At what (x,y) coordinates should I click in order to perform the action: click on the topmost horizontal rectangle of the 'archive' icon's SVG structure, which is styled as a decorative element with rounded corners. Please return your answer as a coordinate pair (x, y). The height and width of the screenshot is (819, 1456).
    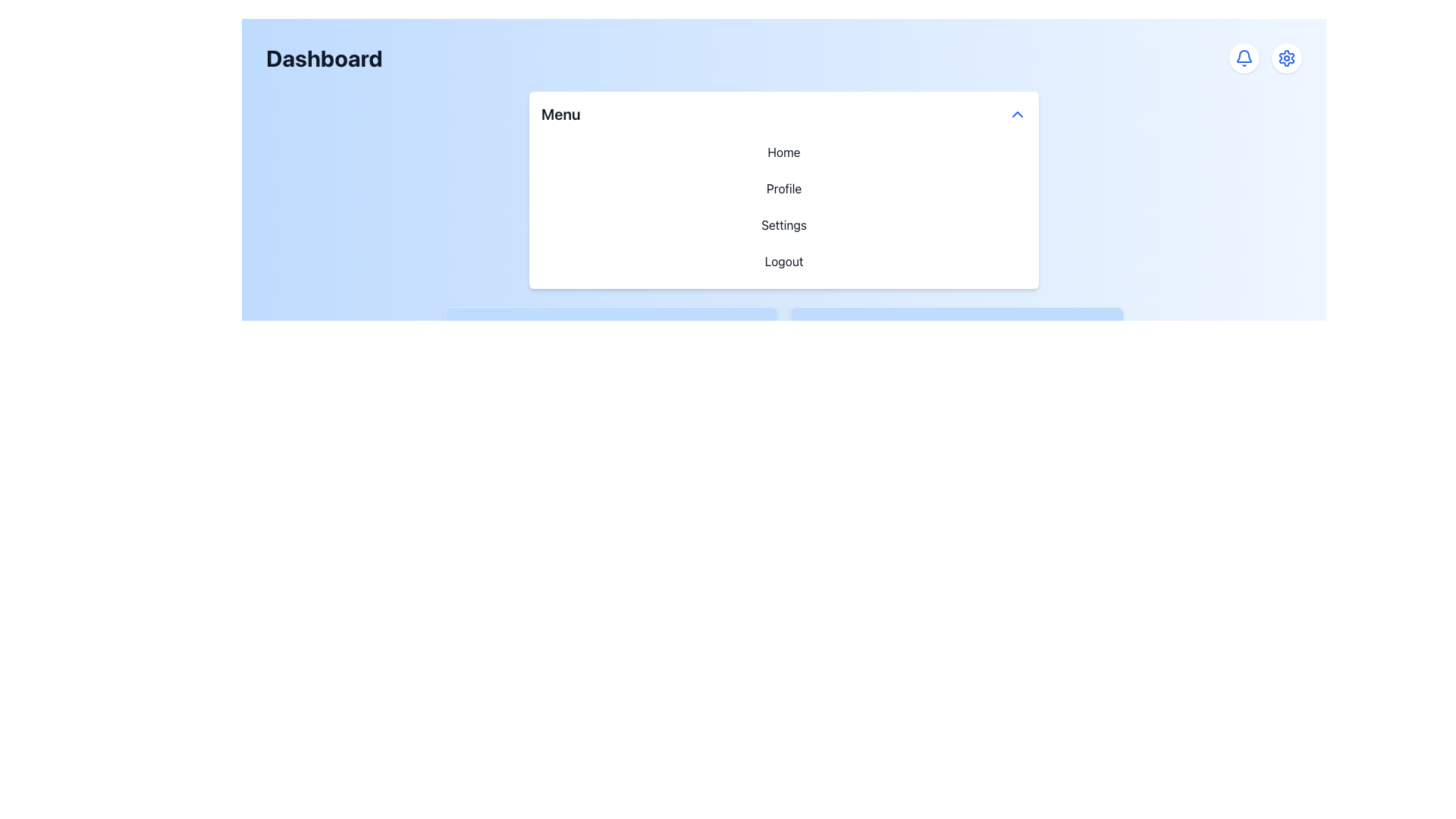
    Looking at the image, I should click on (465, 323).